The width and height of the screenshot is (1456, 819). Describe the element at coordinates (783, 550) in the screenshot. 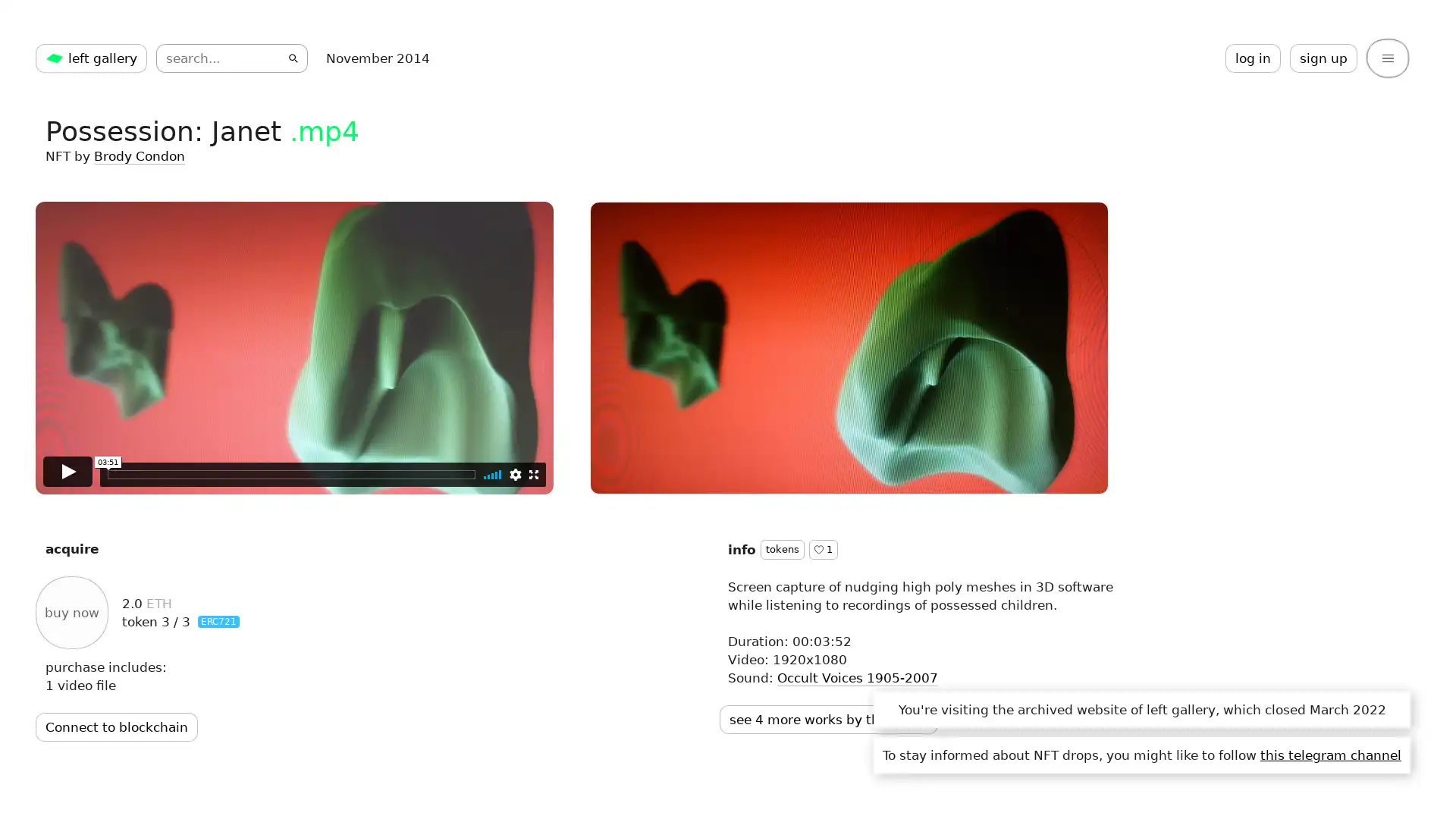

I see `tokens` at that location.